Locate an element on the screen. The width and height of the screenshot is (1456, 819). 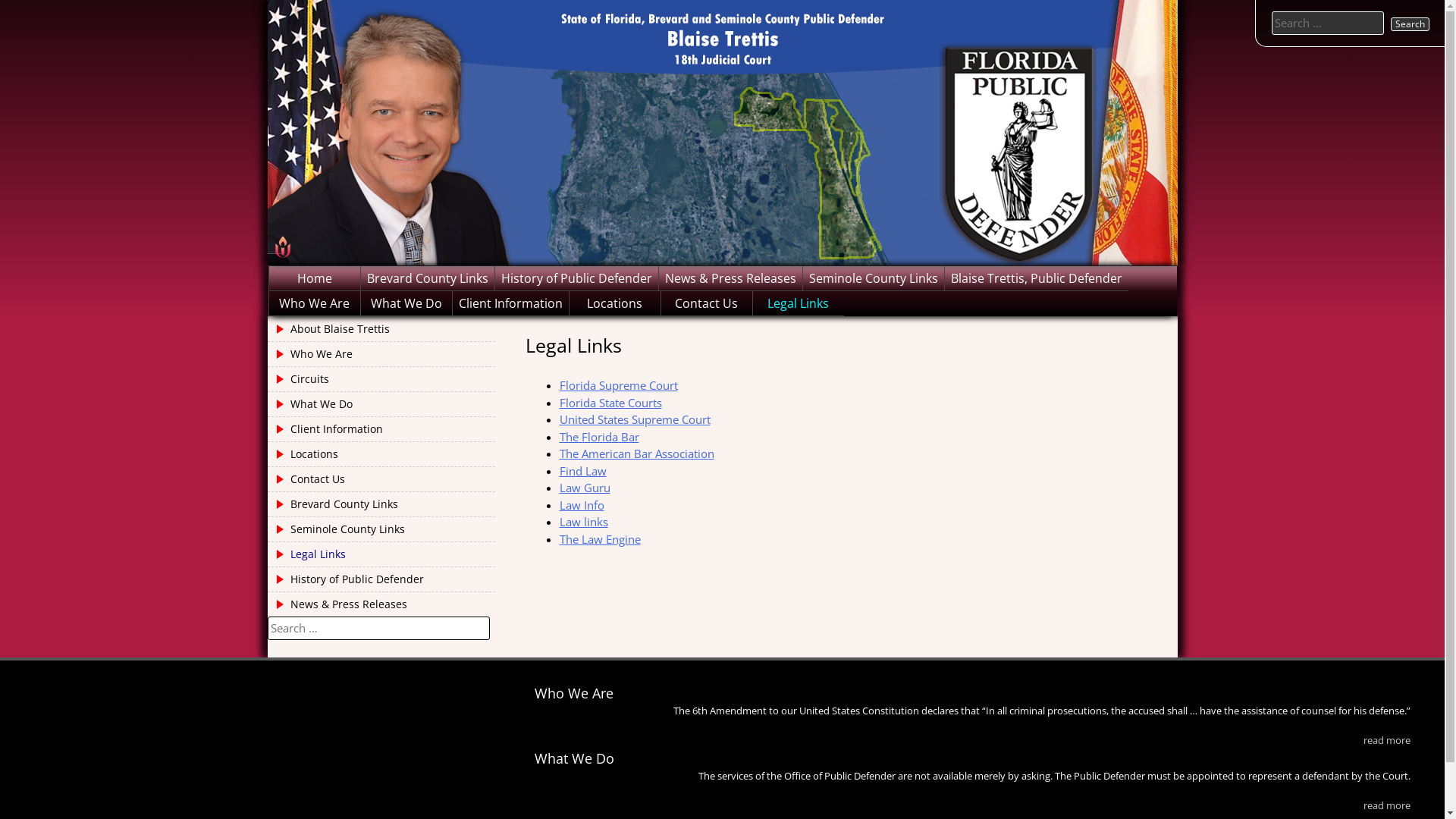
'Law links' is located at coordinates (582, 520).